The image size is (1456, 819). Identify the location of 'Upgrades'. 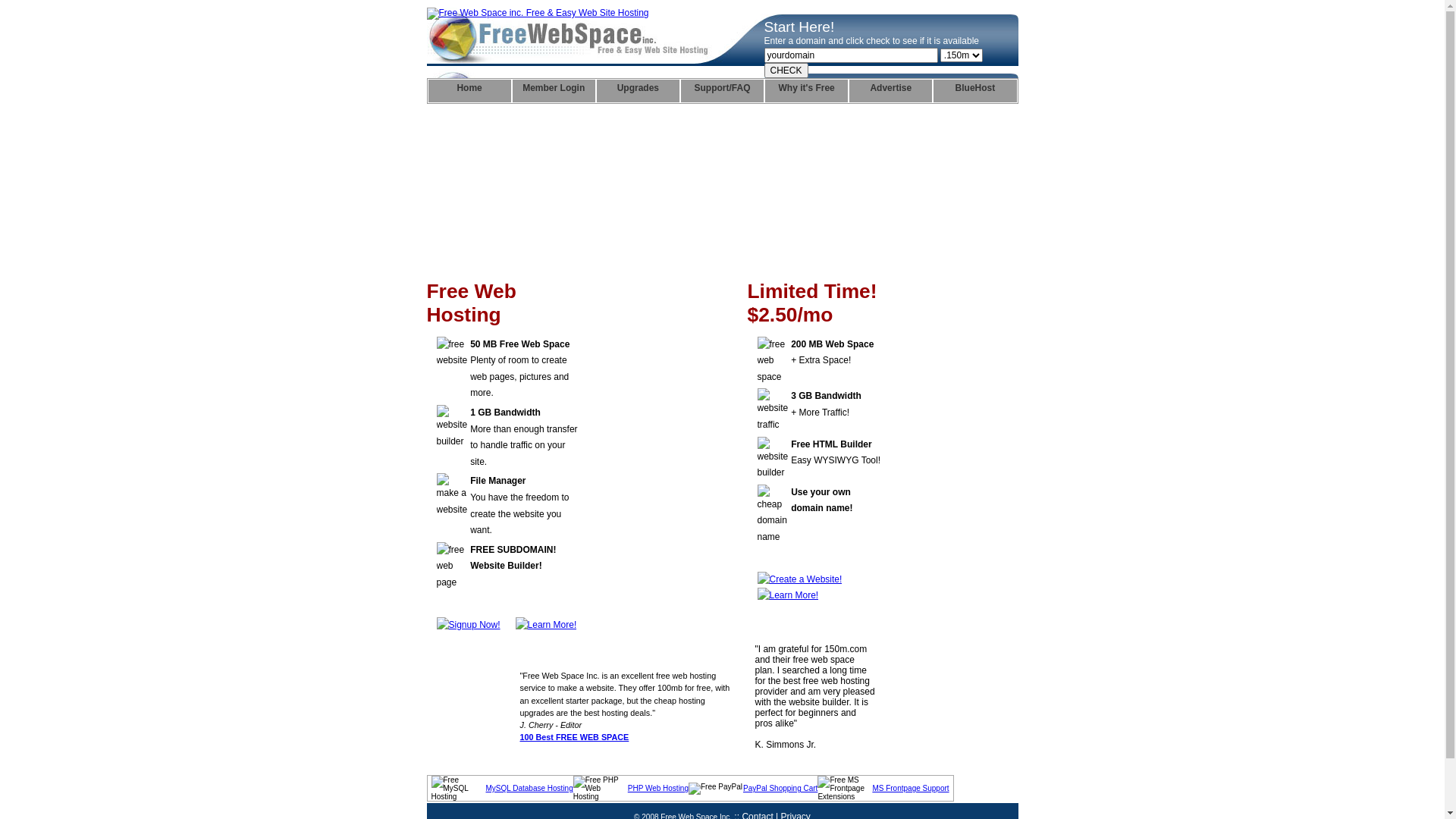
(638, 90).